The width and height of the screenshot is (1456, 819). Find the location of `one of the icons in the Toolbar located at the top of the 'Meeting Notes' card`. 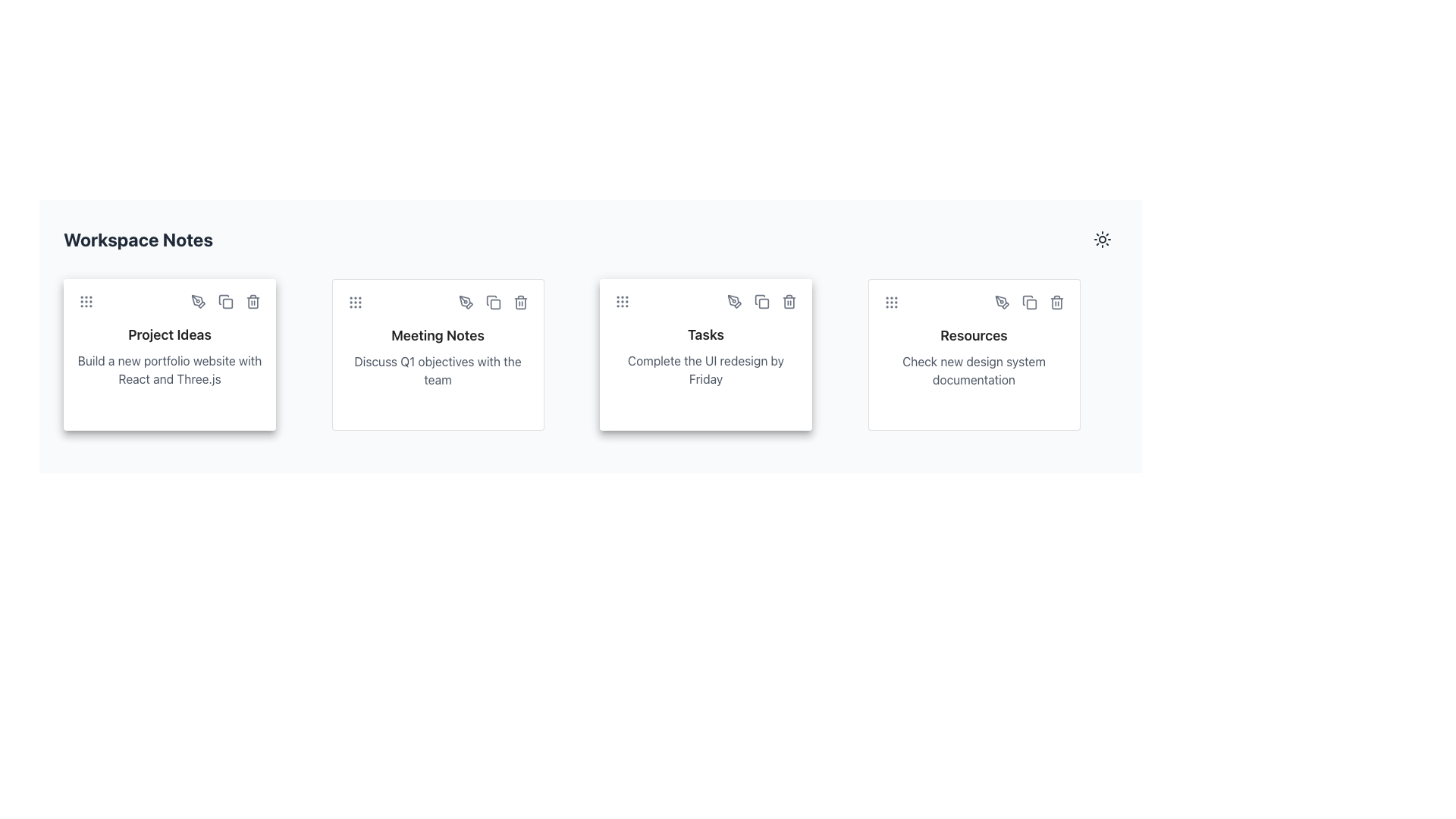

one of the icons in the Toolbar located at the top of the 'Meeting Notes' card is located at coordinates (437, 302).